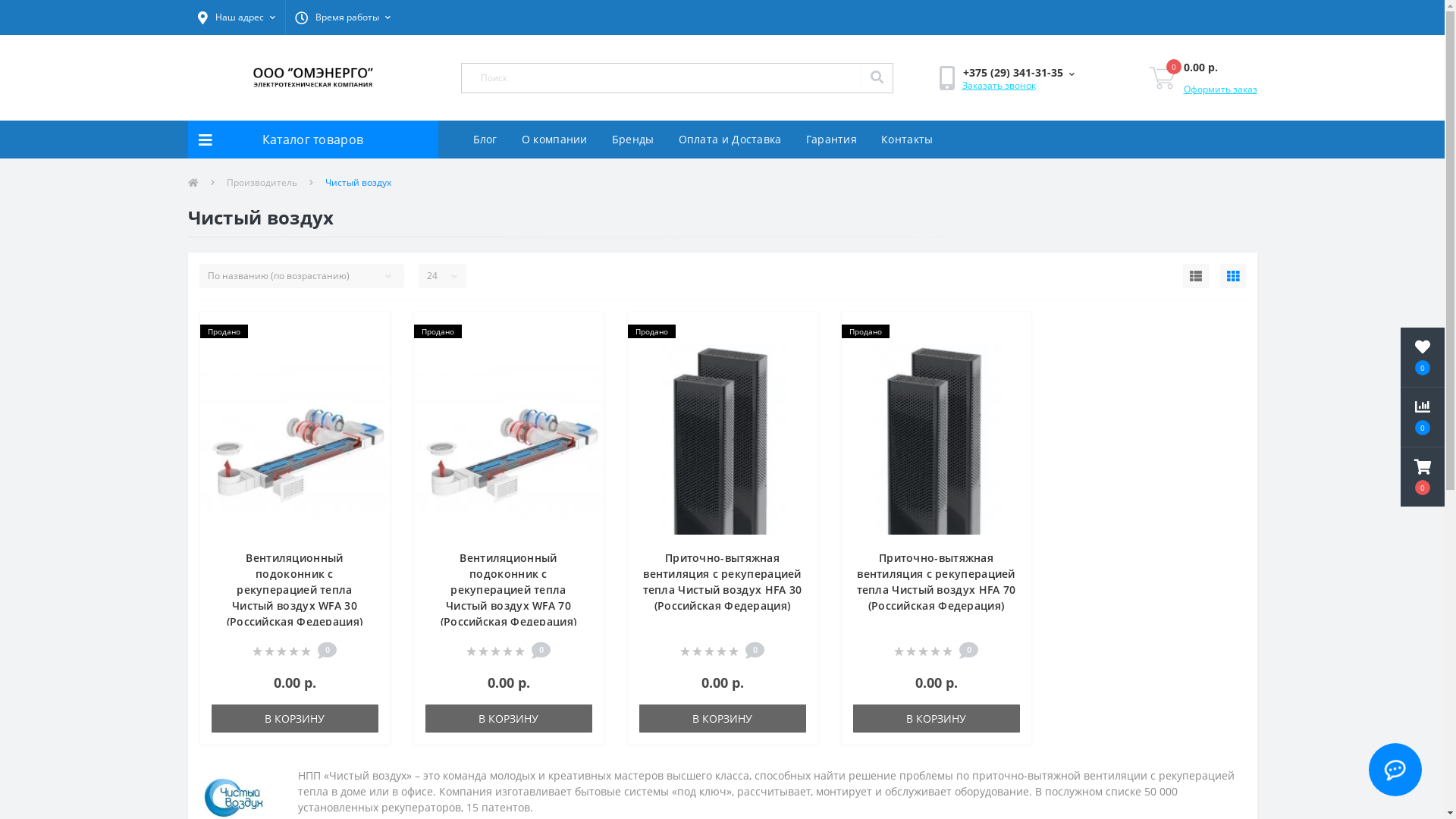 The width and height of the screenshot is (1456, 819). What do you see at coordinates (960, 72) in the screenshot?
I see `'+375 (29) 341-31-35'` at bounding box center [960, 72].